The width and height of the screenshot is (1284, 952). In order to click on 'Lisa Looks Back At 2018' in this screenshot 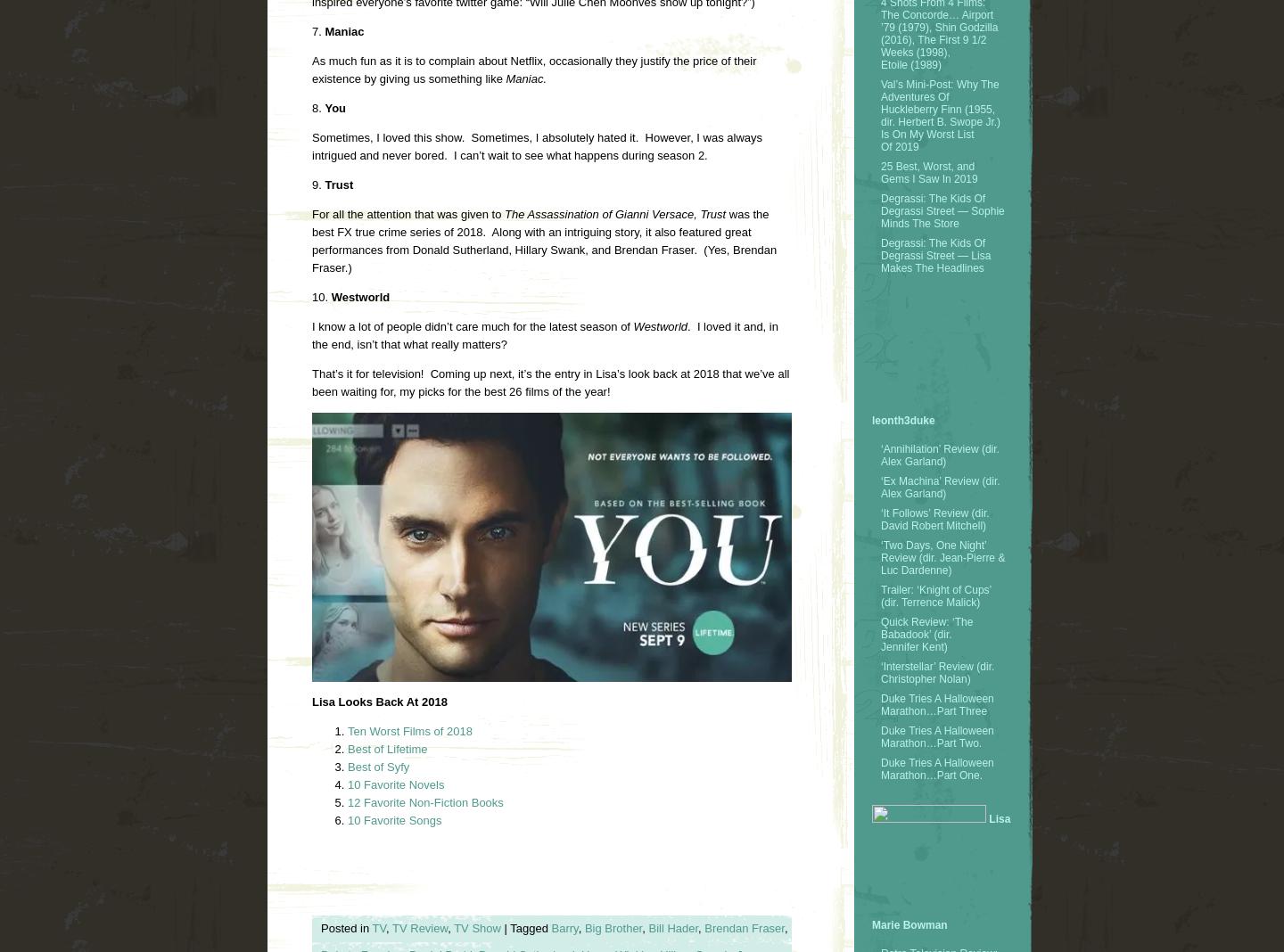, I will do `click(312, 702)`.